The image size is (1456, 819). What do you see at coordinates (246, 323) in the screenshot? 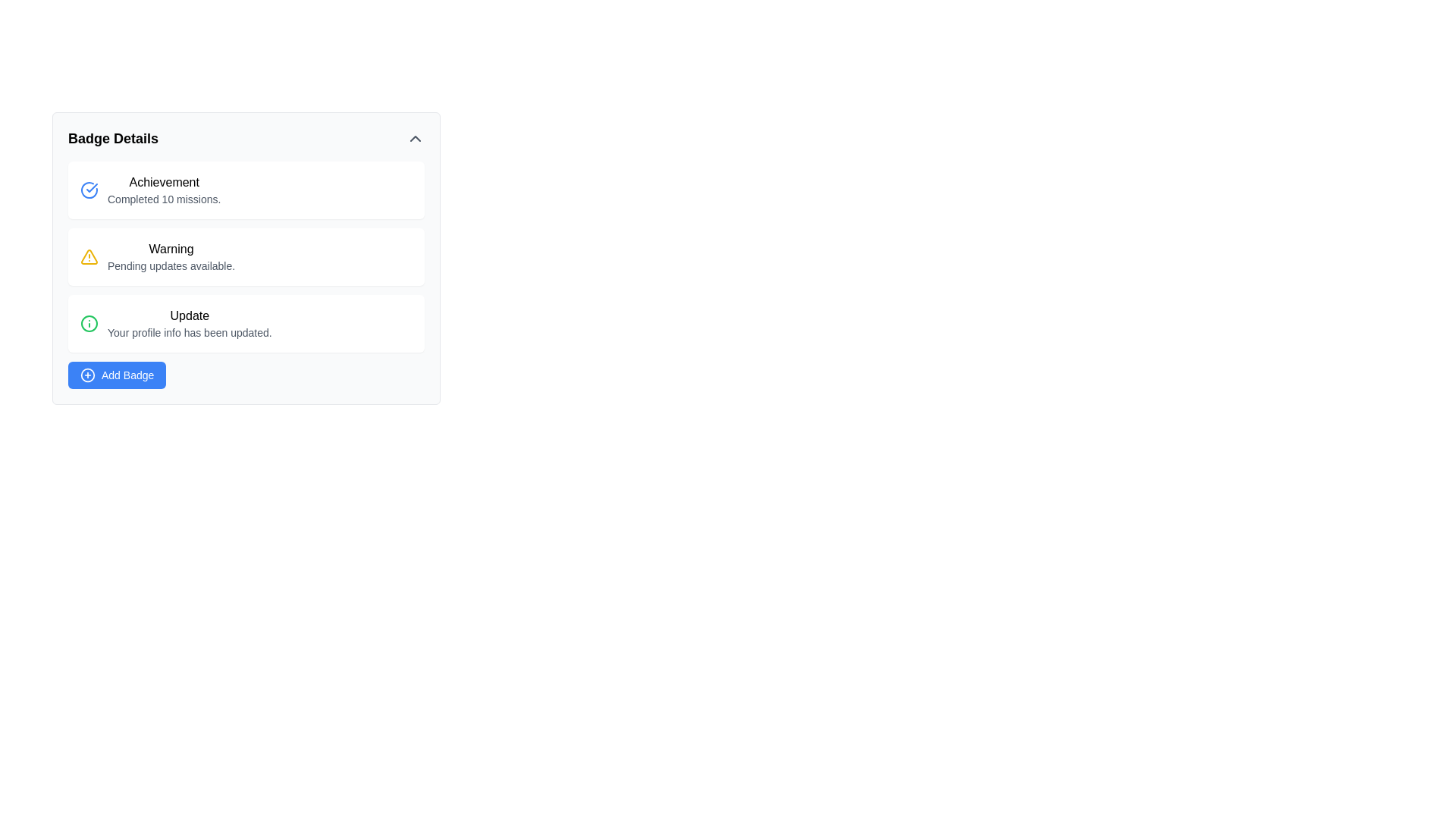
I see `the third notification card in the 'Badge Details' section, which features a green circle with an info icon, bold text 'Update', and smaller text 'Your profile info has been updated.'` at bounding box center [246, 323].